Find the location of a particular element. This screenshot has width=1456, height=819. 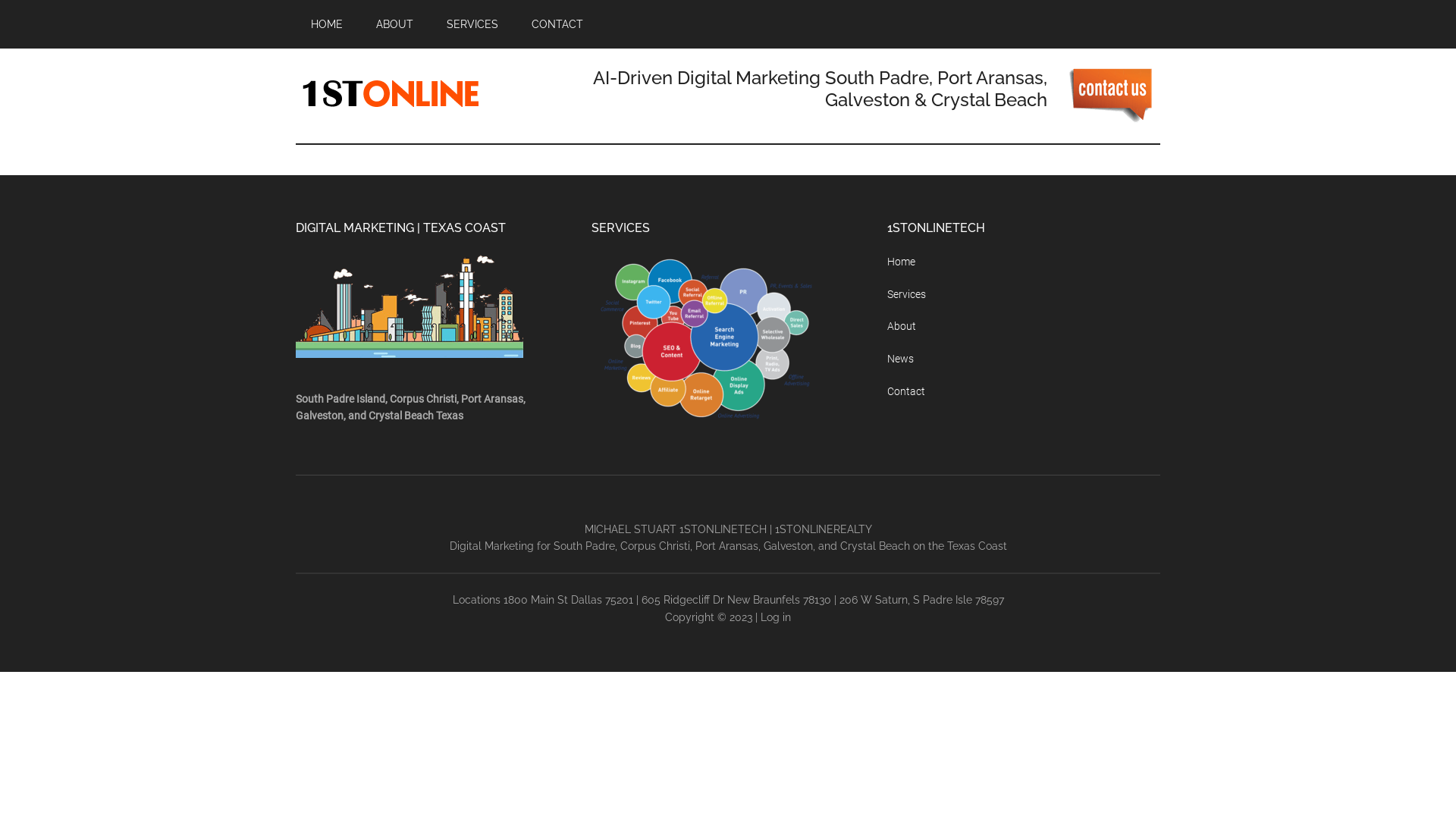

'Skip to main content' is located at coordinates (0, 0).